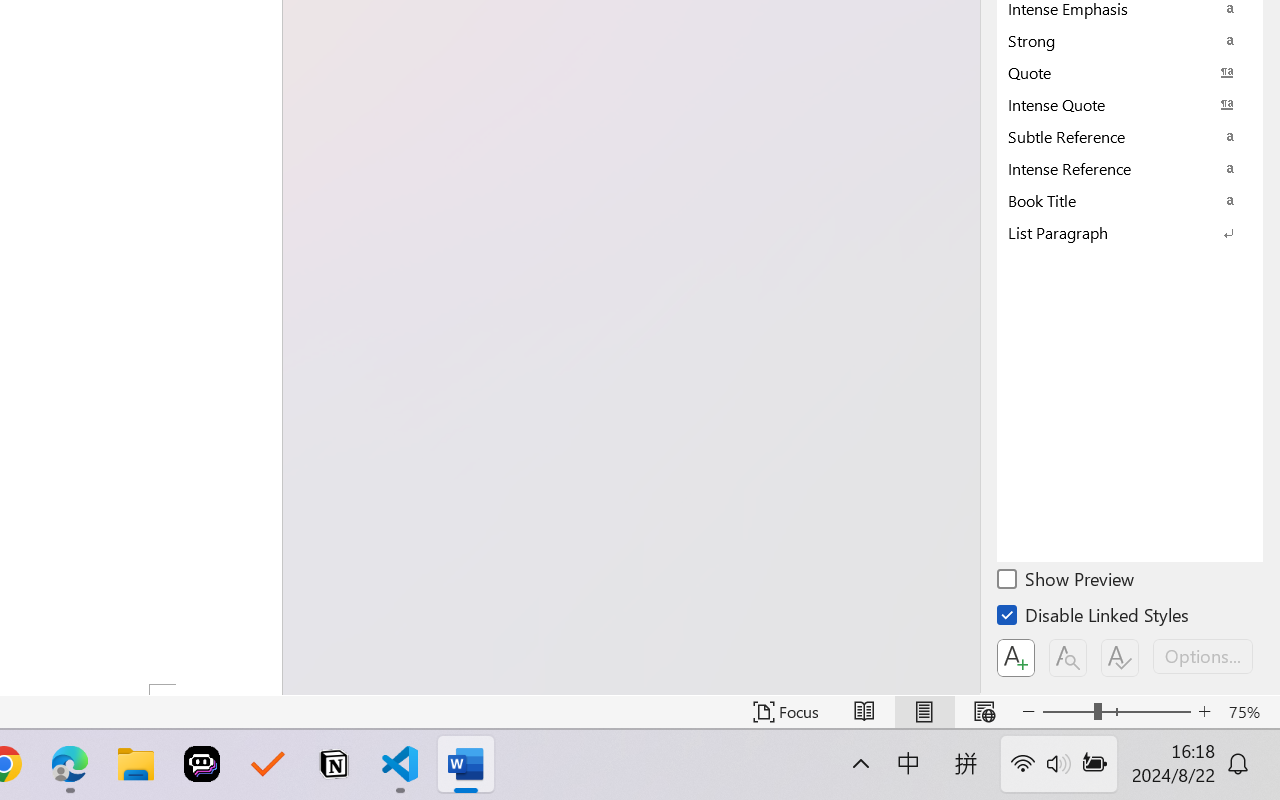 The width and height of the screenshot is (1280, 800). I want to click on 'Class: NetUIButton', so click(1120, 657).